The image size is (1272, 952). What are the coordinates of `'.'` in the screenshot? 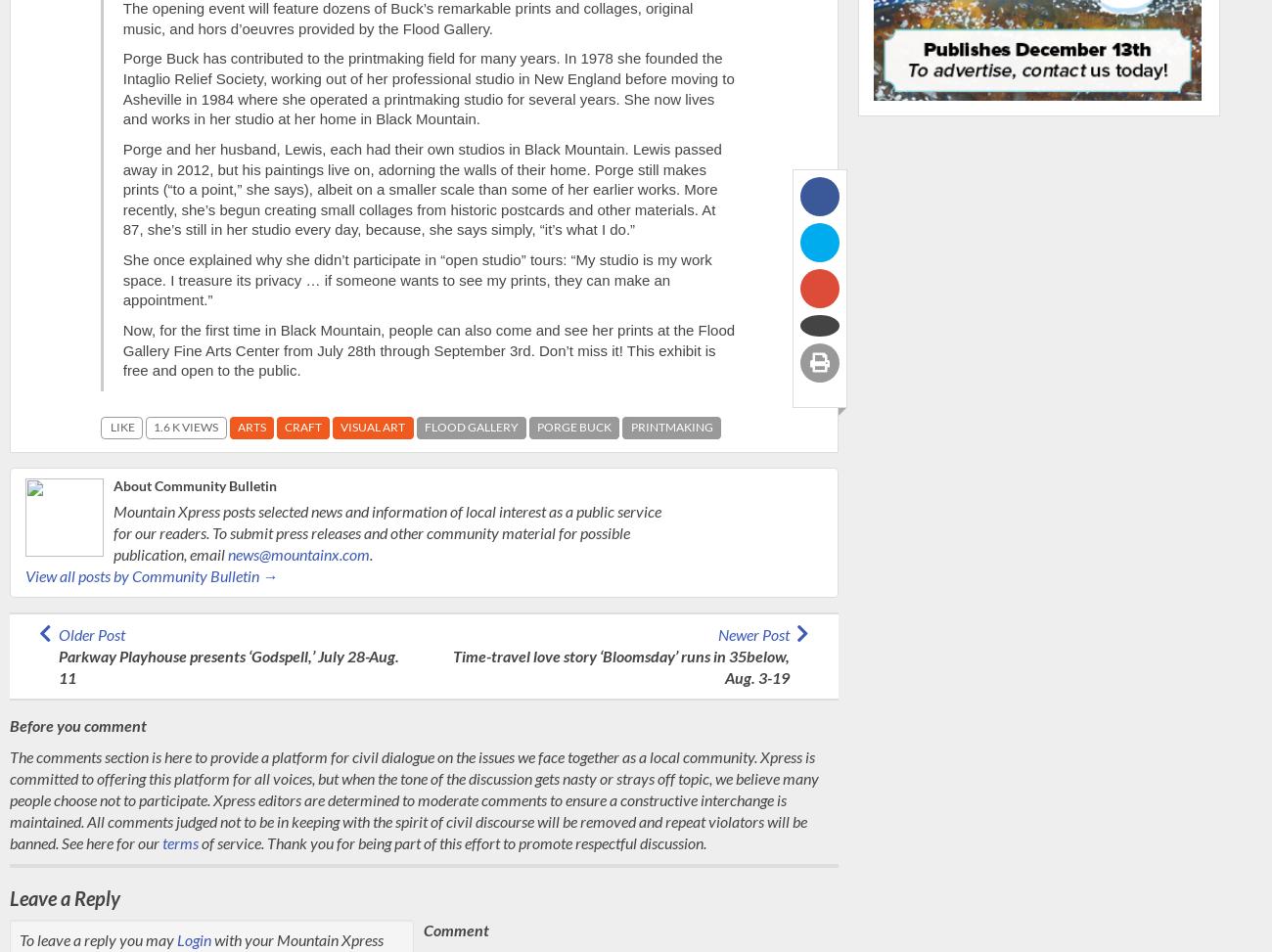 It's located at (370, 553).